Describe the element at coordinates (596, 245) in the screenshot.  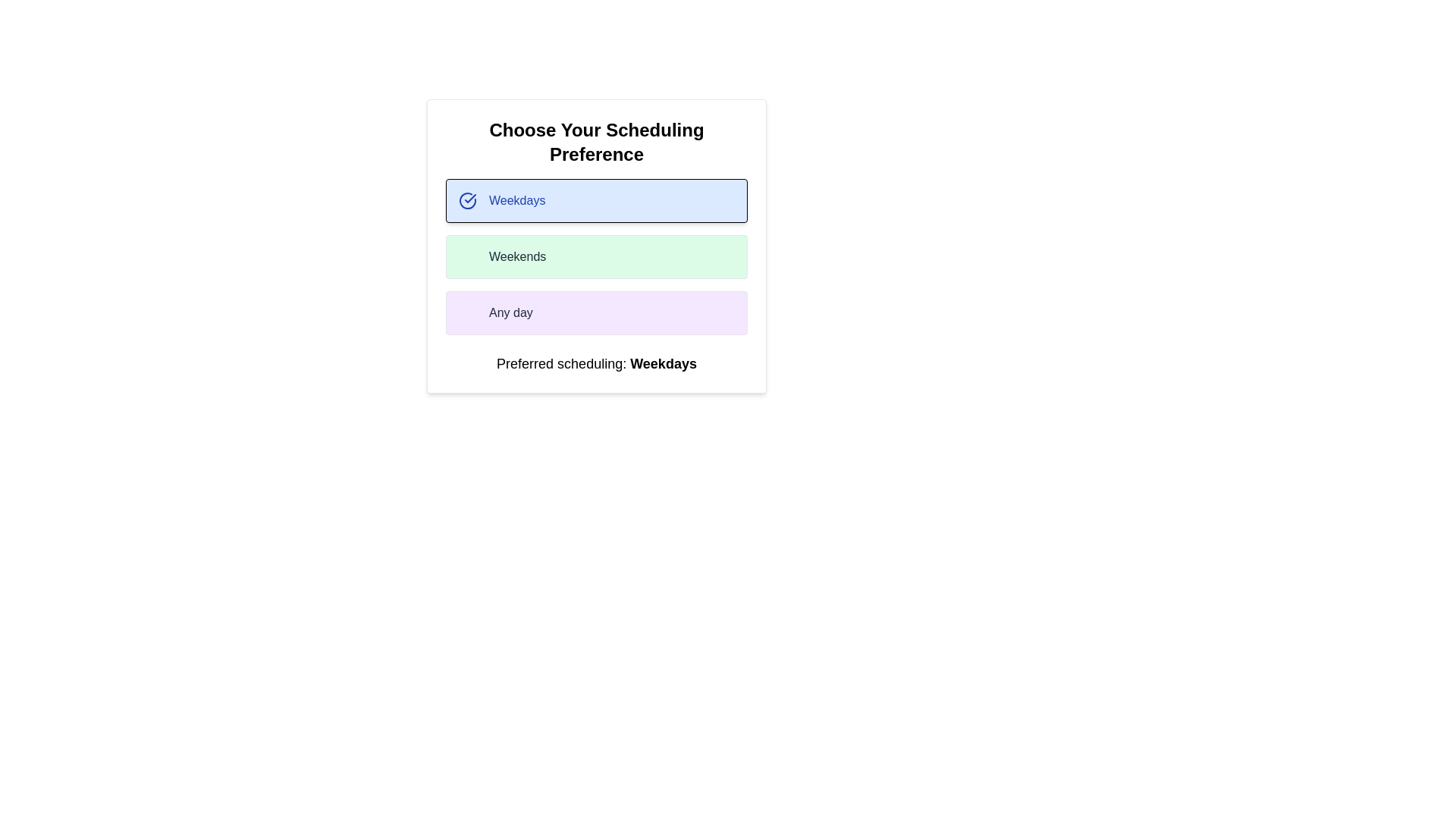
I see `the 'Weekends' scheduling option button to visually highlight it` at that location.